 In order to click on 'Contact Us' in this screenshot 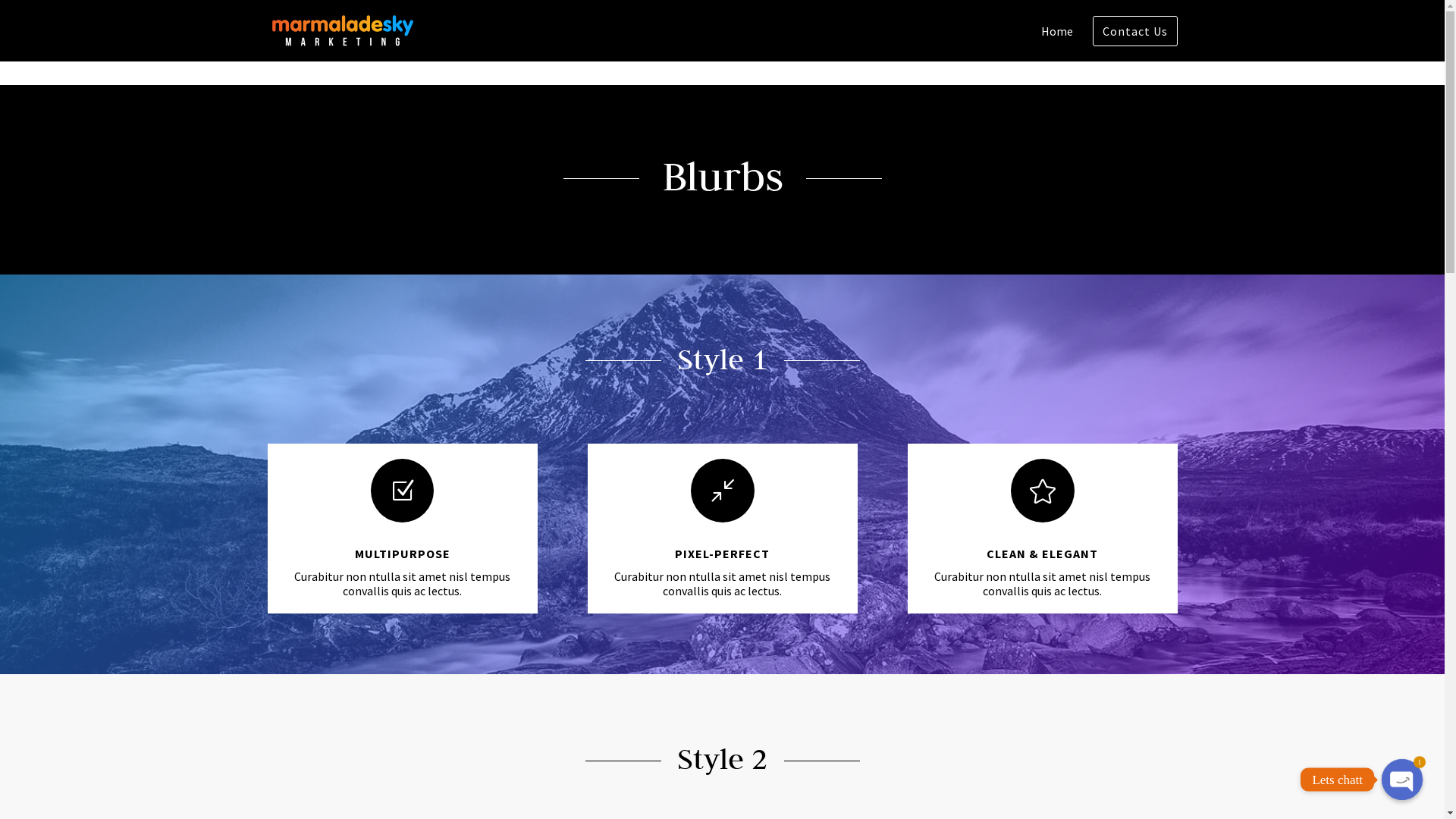, I will do `click(1134, 31)`.